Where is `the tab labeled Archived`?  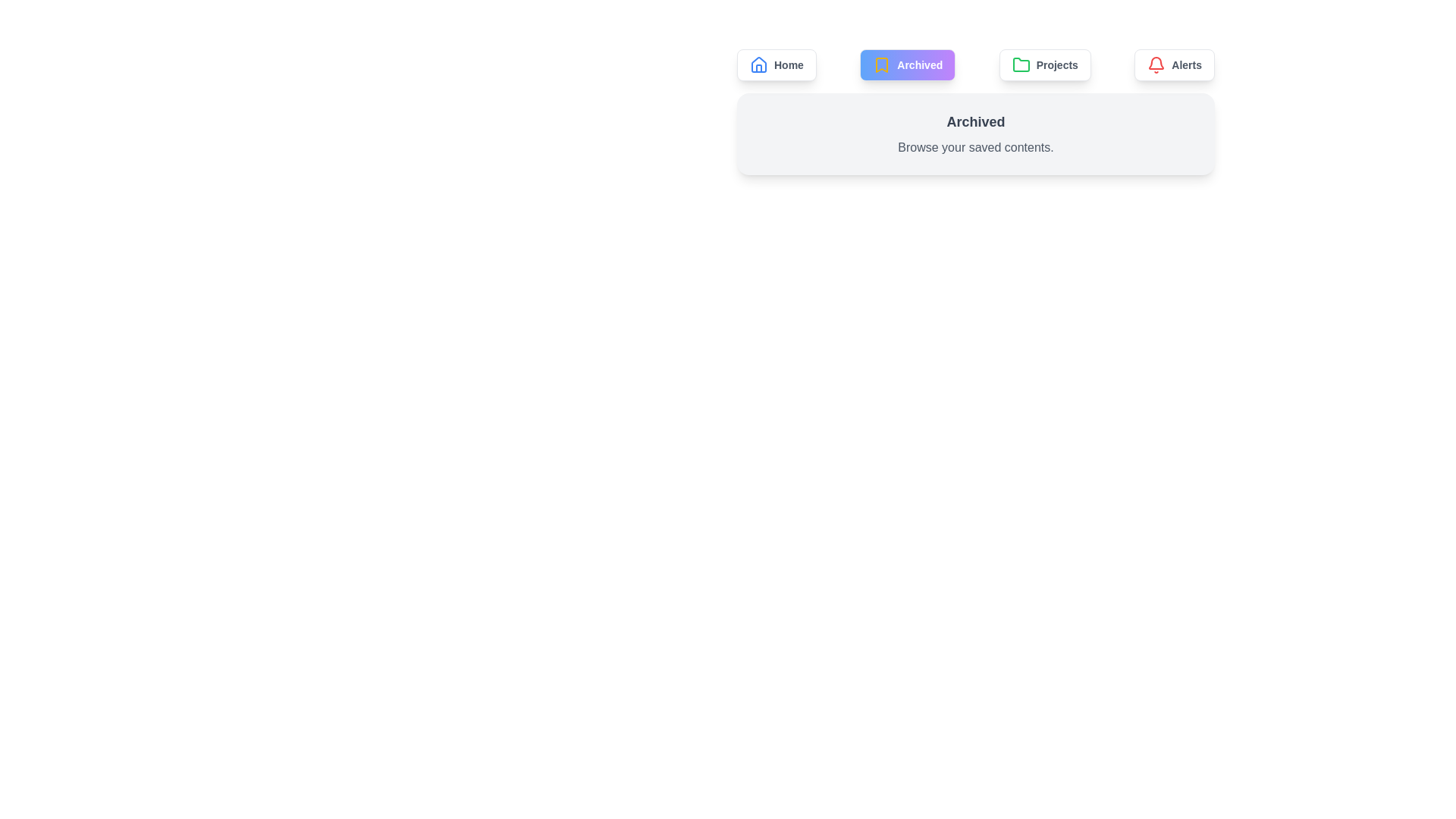 the tab labeled Archived is located at coordinates (908, 64).